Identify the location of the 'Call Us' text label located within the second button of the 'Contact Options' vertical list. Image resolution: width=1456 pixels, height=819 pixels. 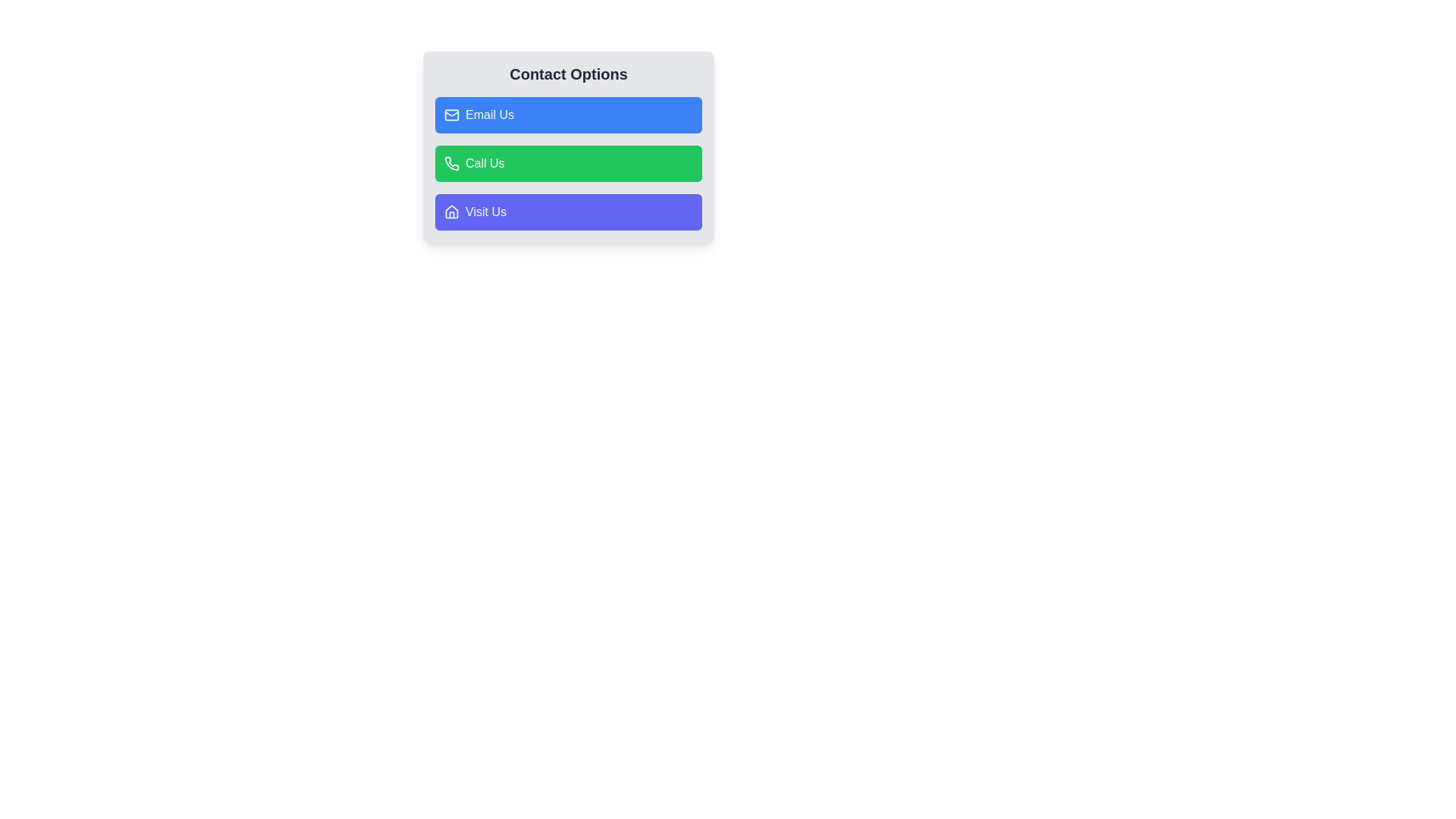
(484, 164).